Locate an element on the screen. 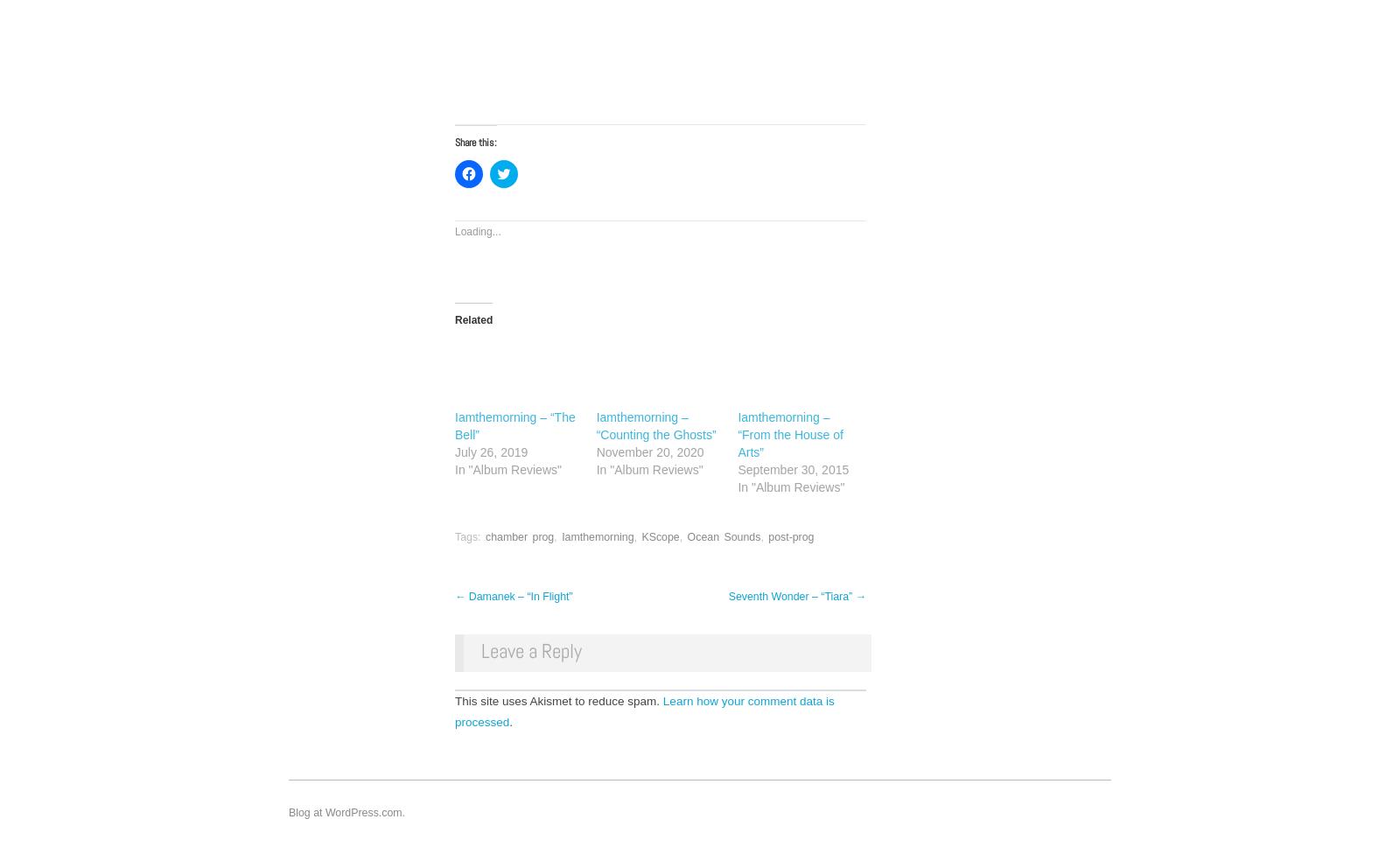  '.' is located at coordinates (510, 721).